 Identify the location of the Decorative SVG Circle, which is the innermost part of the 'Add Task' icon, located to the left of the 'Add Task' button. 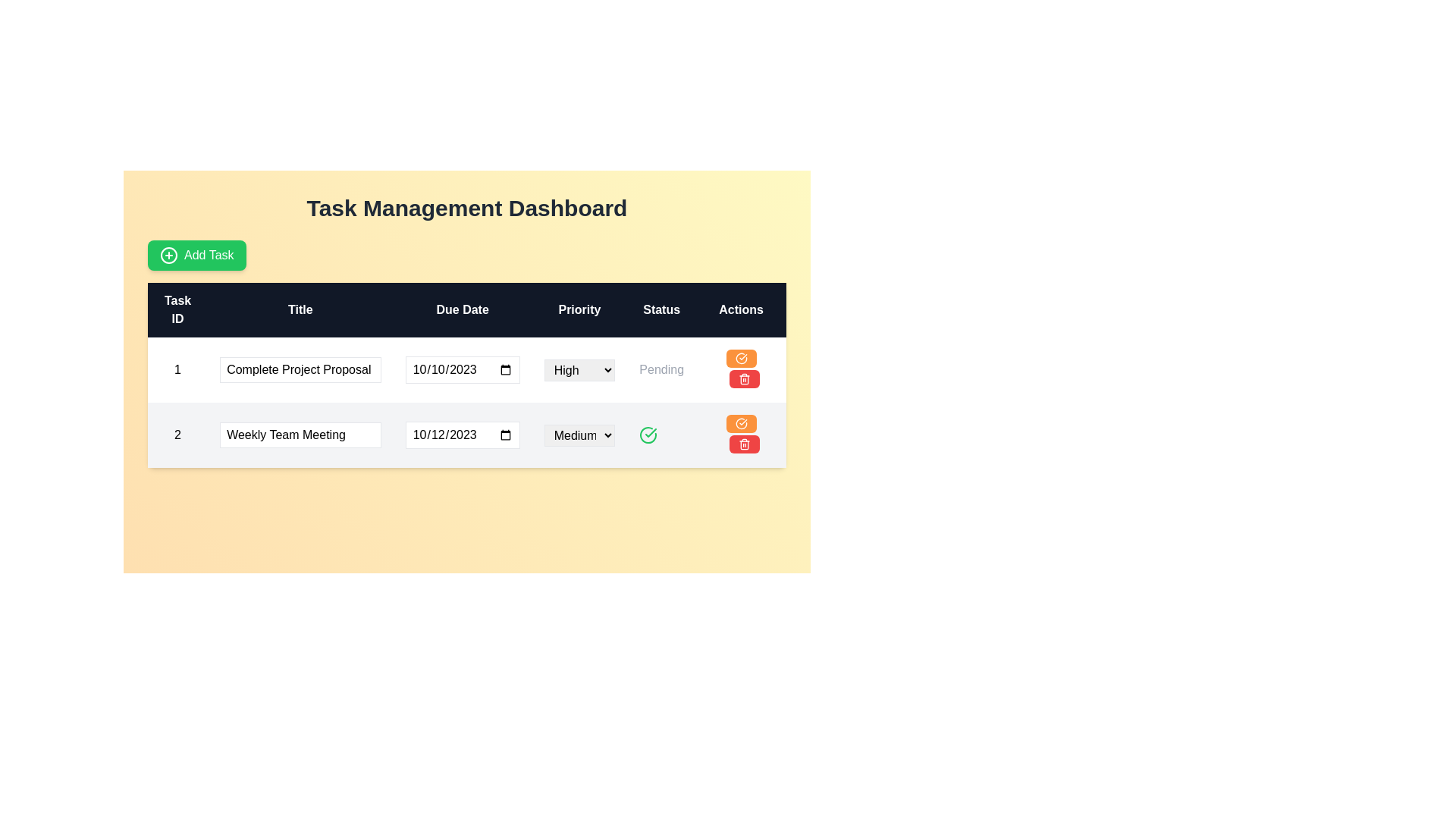
(168, 254).